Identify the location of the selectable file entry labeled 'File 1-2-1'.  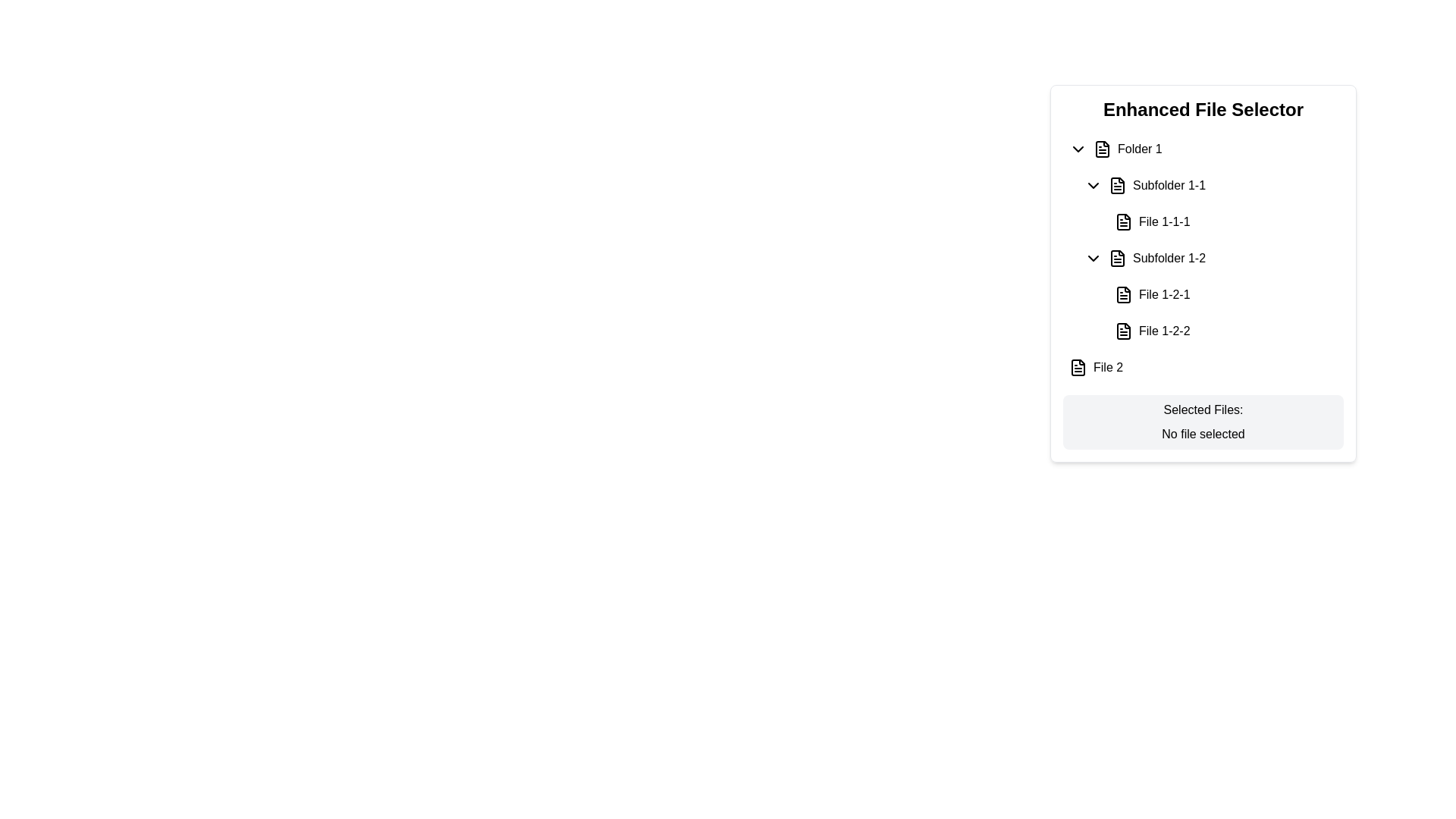
(1210, 295).